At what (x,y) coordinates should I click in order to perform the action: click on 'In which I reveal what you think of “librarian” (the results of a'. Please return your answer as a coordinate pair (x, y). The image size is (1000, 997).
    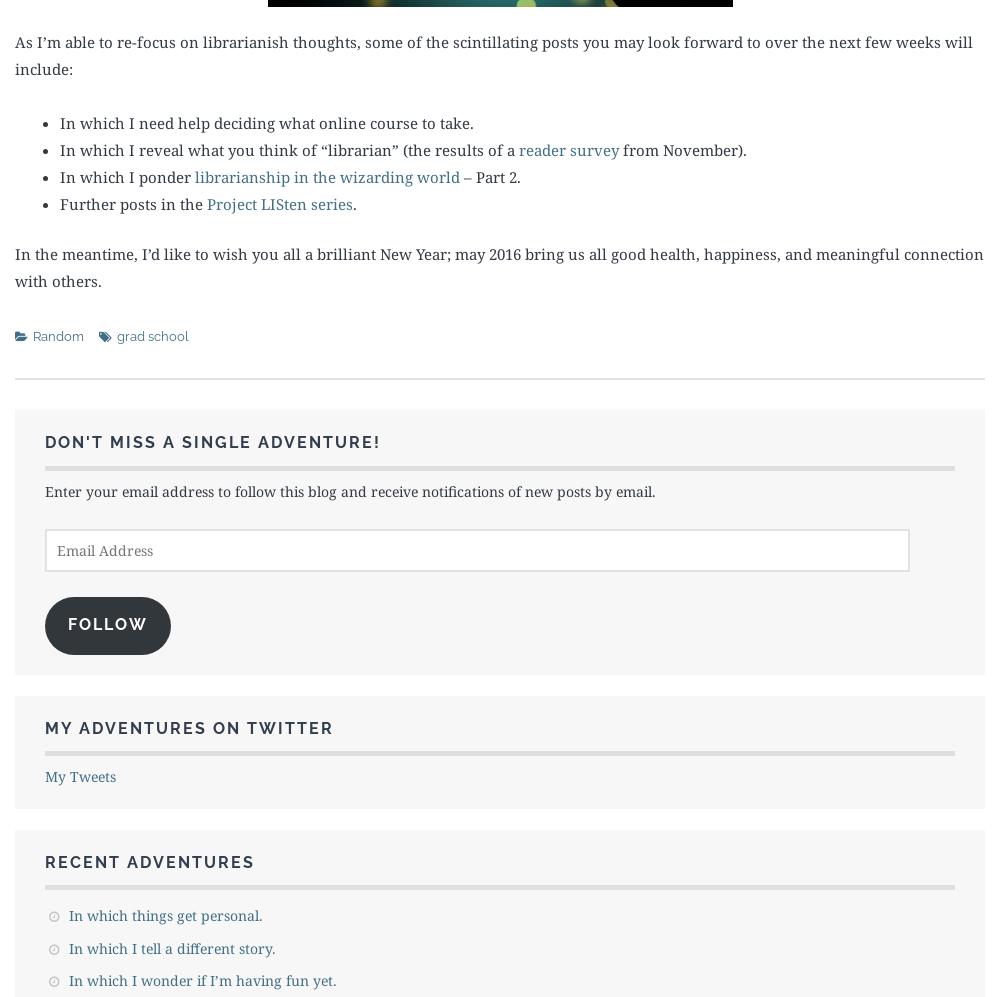
    Looking at the image, I should click on (289, 149).